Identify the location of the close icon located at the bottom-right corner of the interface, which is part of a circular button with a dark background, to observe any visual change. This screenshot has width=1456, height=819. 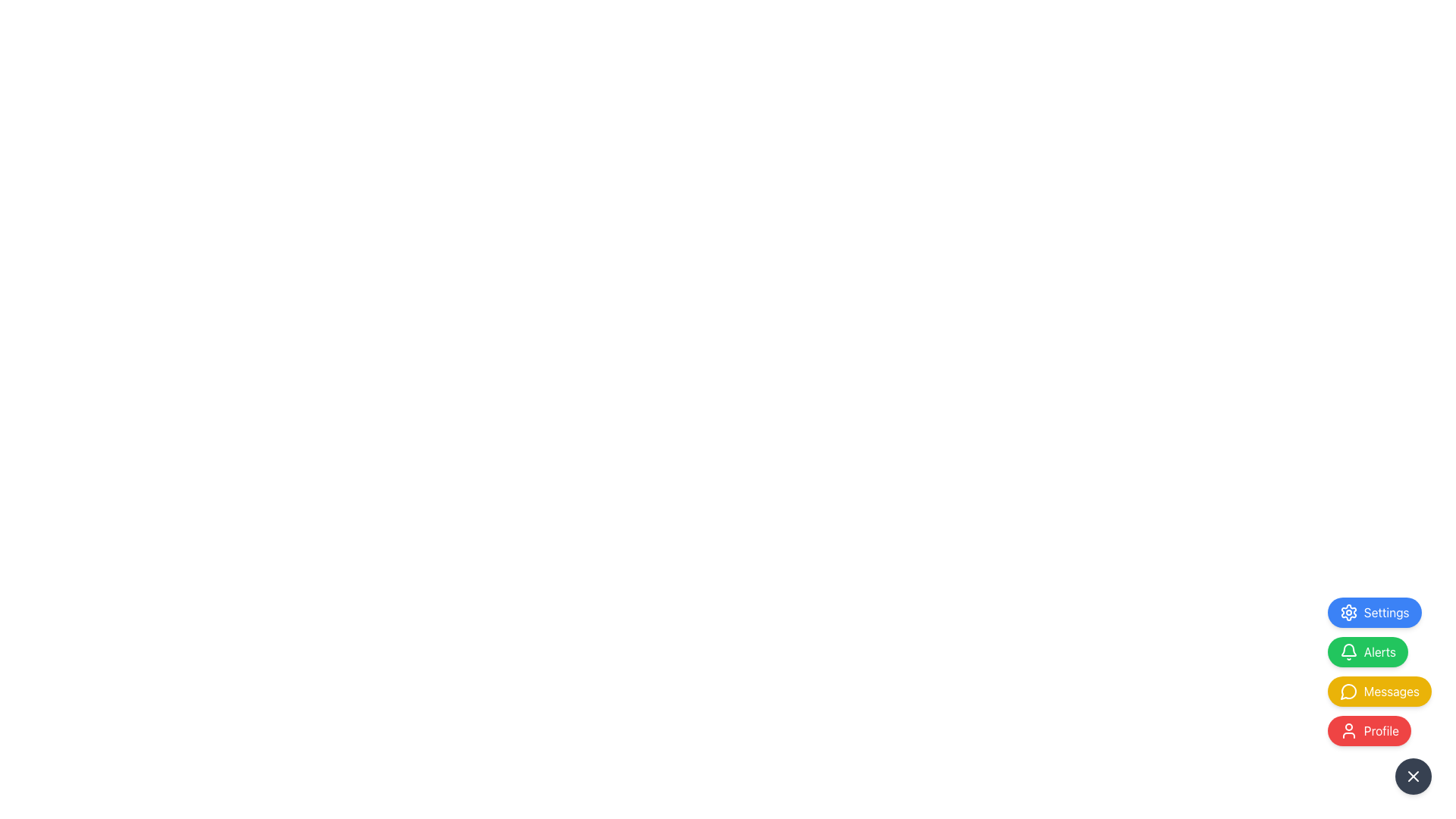
(1412, 776).